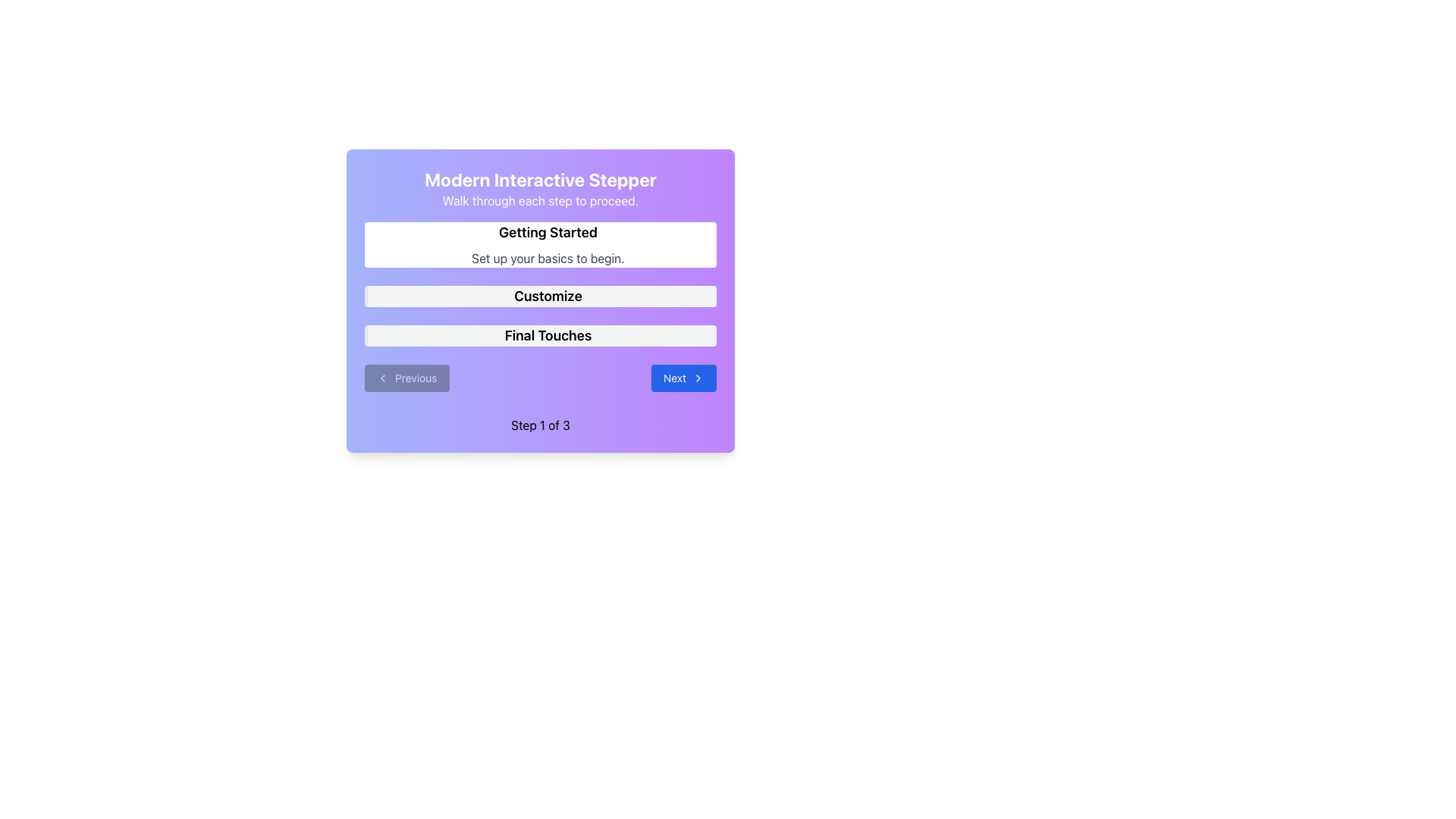 The image size is (1456, 819). What do you see at coordinates (541, 200) in the screenshot?
I see `the descriptive text label located under the 'Modern Interactive Stepper', which serves as guidance for the stepper functionality` at bounding box center [541, 200].